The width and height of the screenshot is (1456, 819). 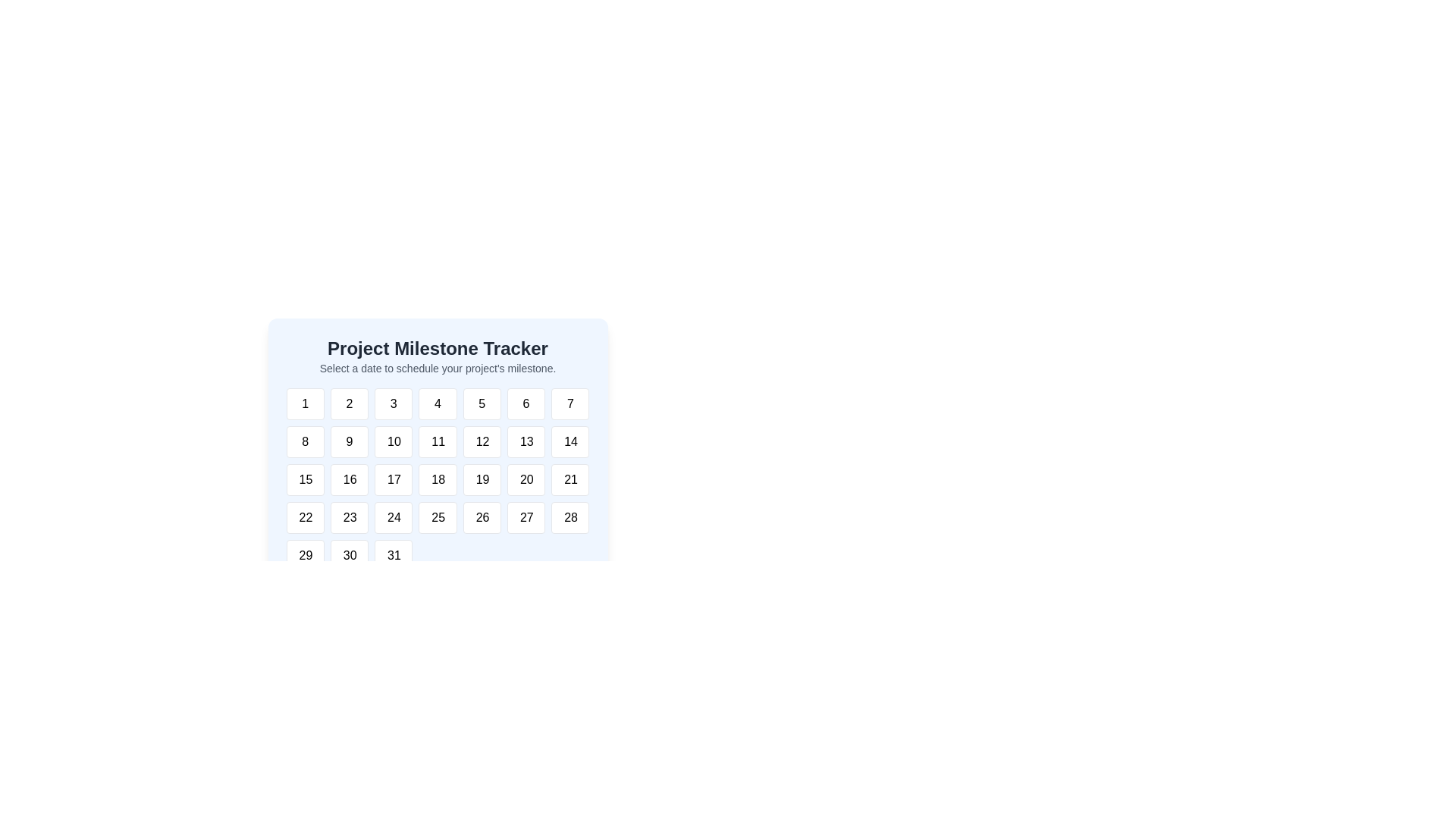 I want to click on the button in the calendar interface that represents a selectable date, located in the seventh column of the fourth row, so click(x=570, y=516).